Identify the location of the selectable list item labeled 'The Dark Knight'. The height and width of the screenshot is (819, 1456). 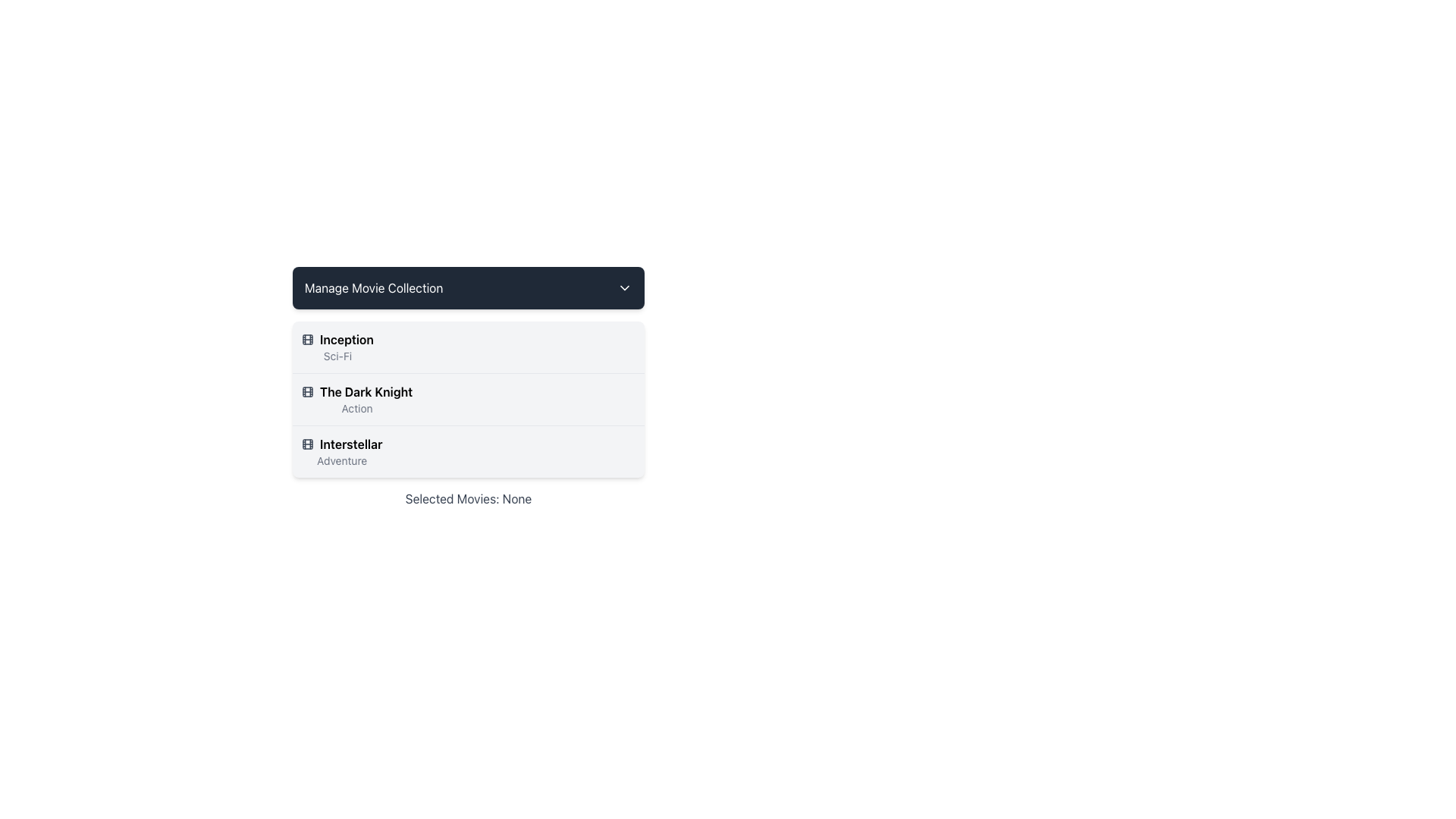
(468, 386).